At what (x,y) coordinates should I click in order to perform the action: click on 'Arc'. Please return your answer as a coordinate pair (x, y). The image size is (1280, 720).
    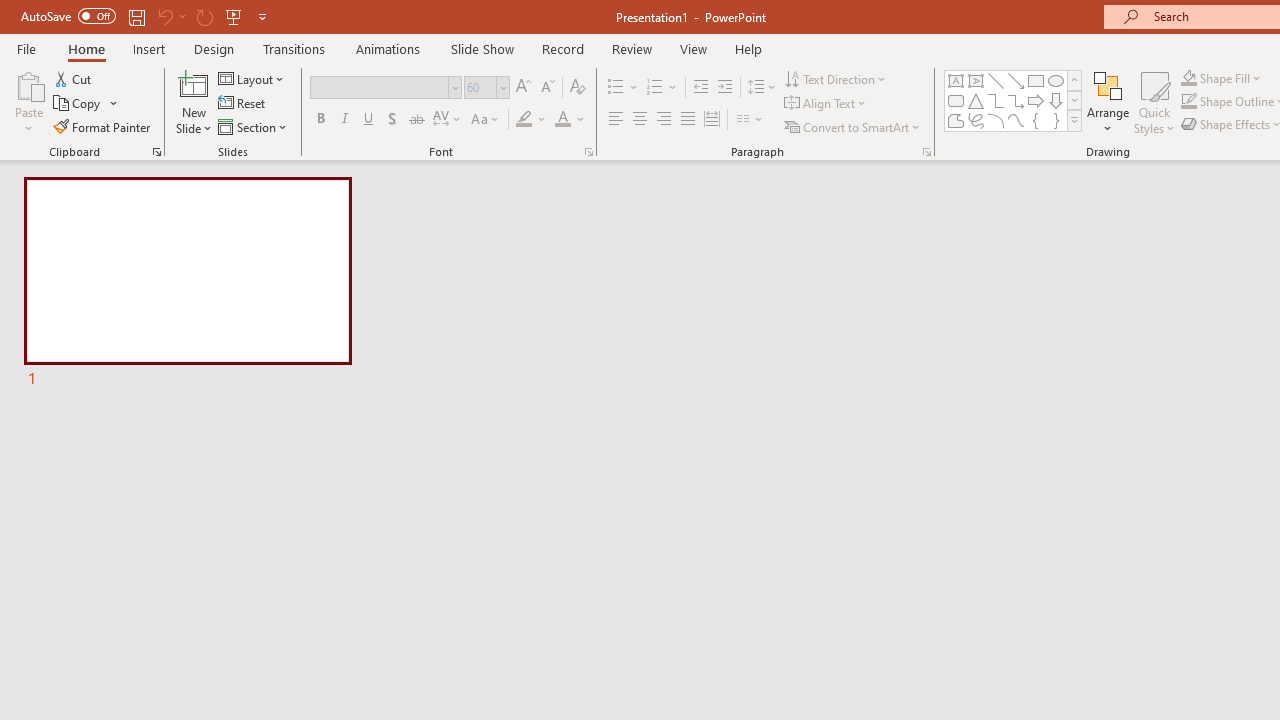
    Looking at the image, I should click on (995, 120).